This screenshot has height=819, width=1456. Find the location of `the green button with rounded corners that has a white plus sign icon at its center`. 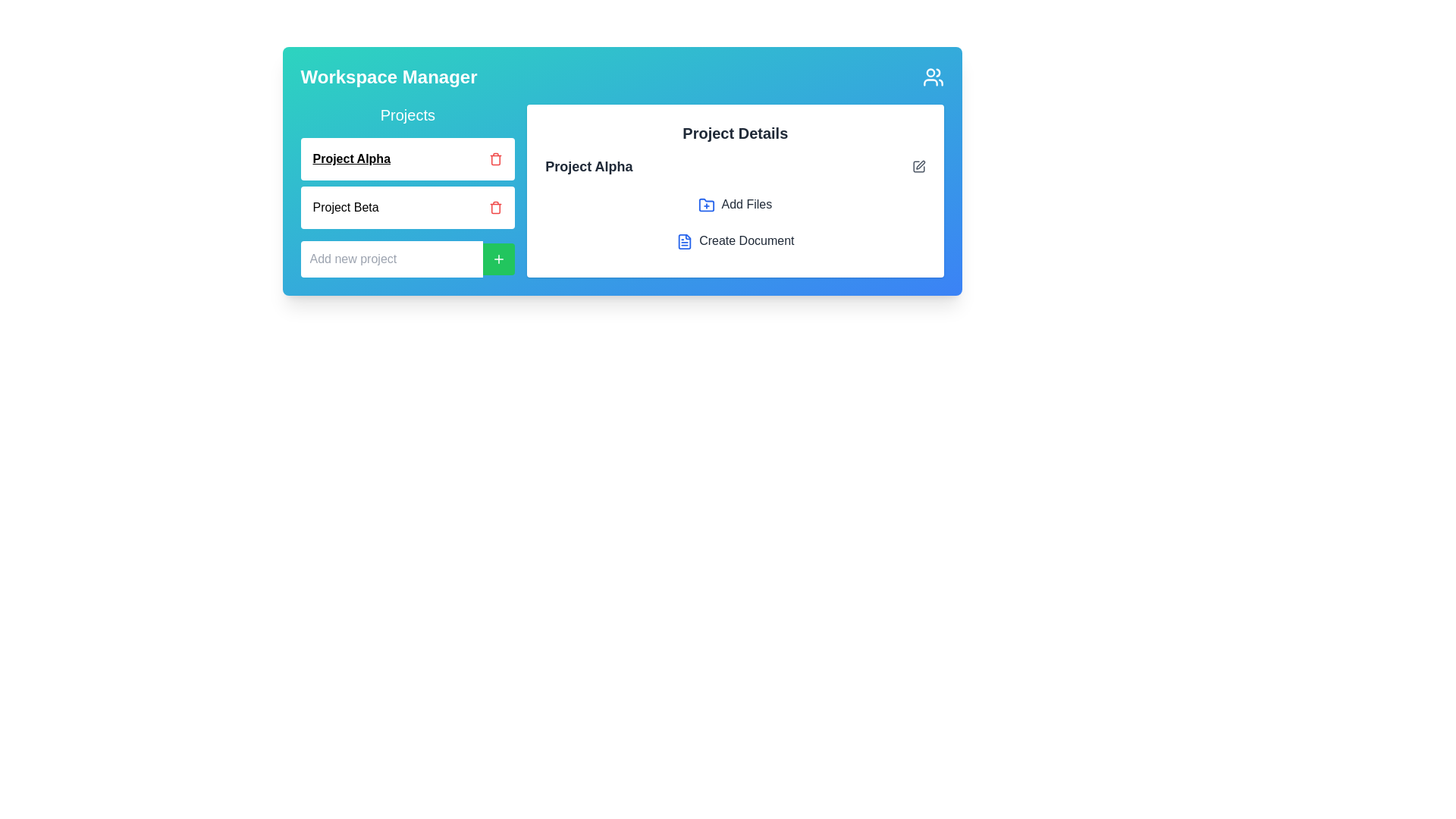

the green button with rounded corners that has a white plus sign icon at its center is located at coordinates (498, 259).